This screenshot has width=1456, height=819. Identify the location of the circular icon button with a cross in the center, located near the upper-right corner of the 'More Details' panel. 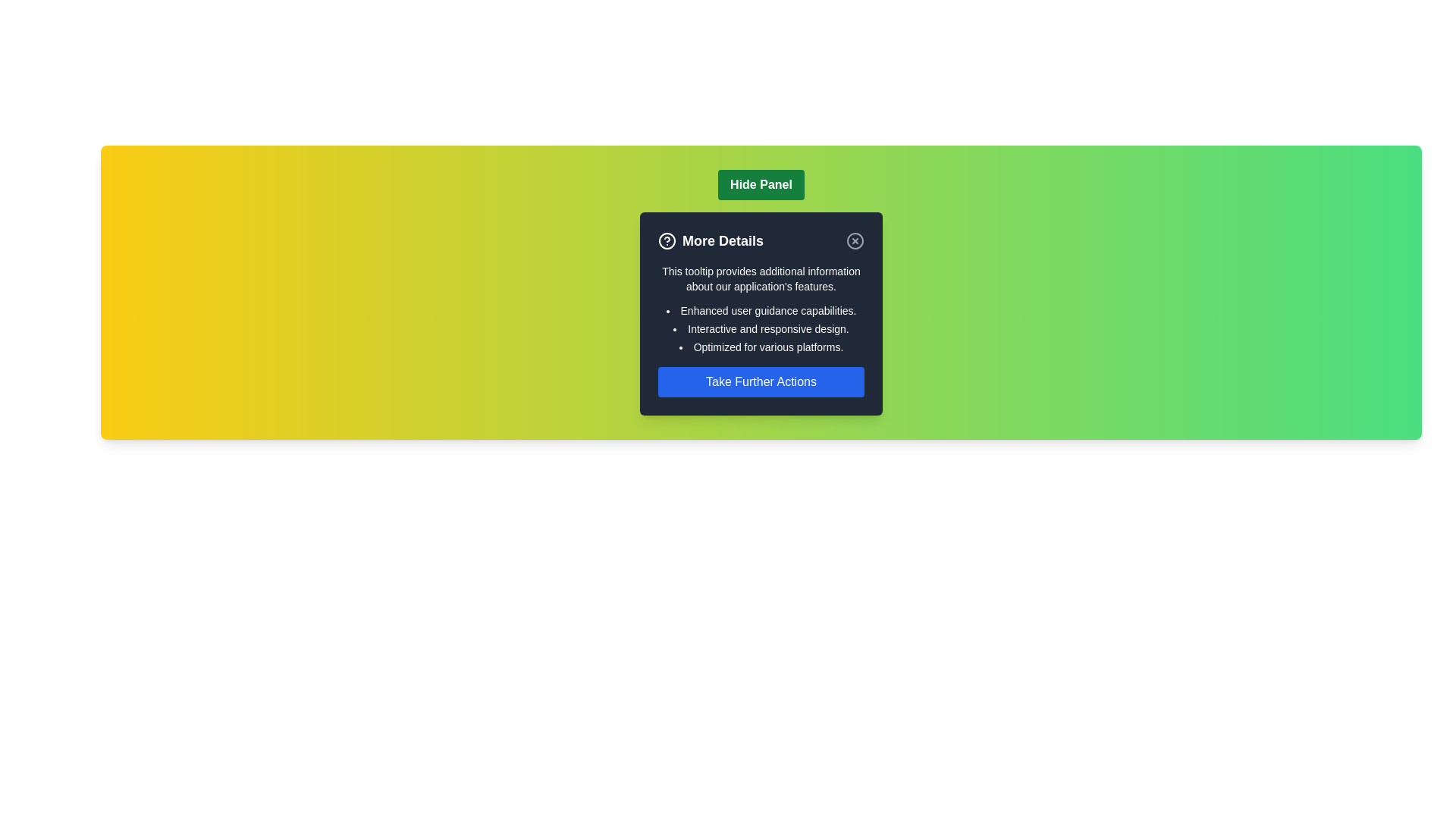
(855, 240).